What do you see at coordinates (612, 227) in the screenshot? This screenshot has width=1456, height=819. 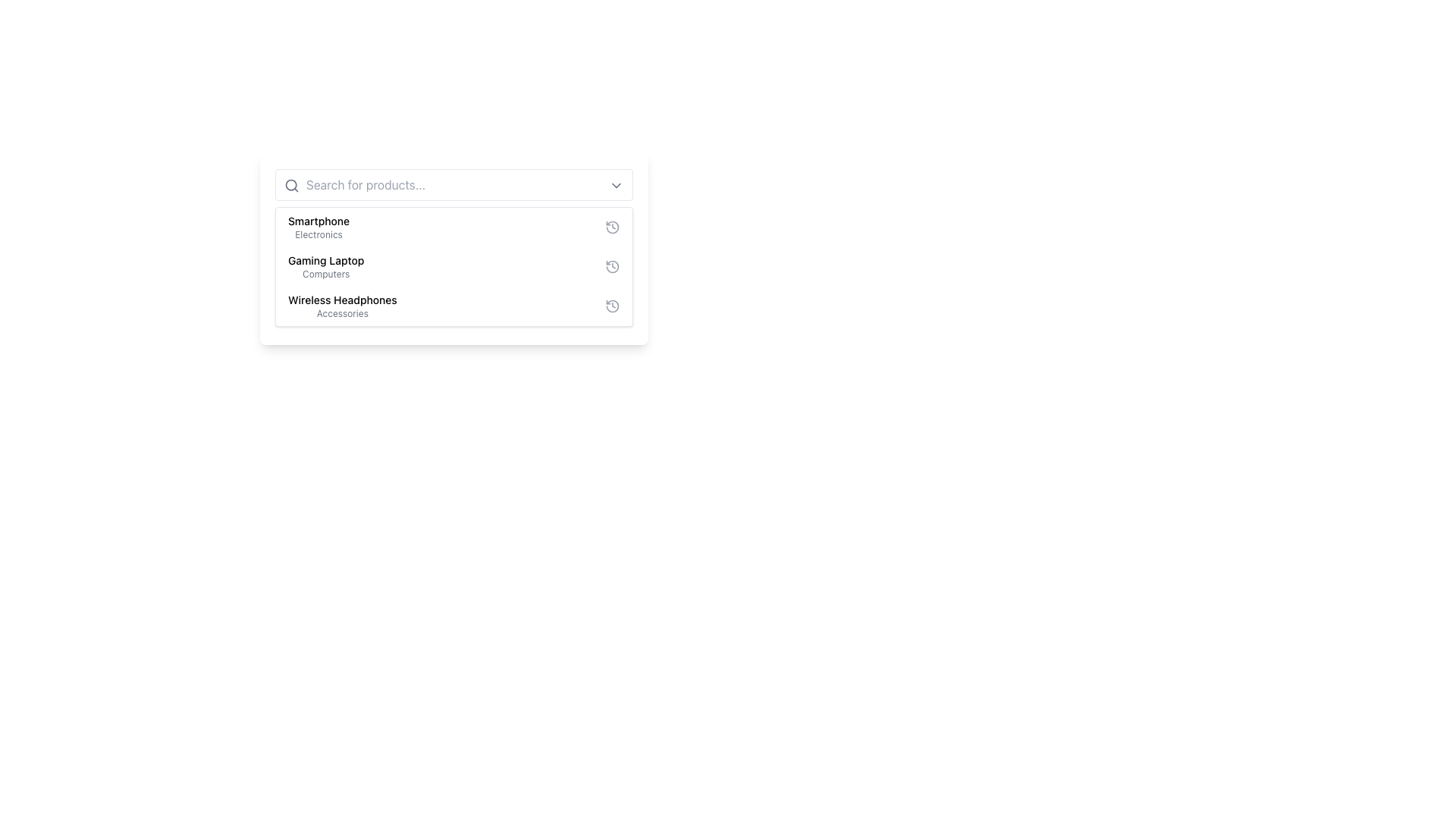 I see `the History Icon located at the rightmost side of the 'Smartphone - Electronics' list item` at bounding box center [612, 227].